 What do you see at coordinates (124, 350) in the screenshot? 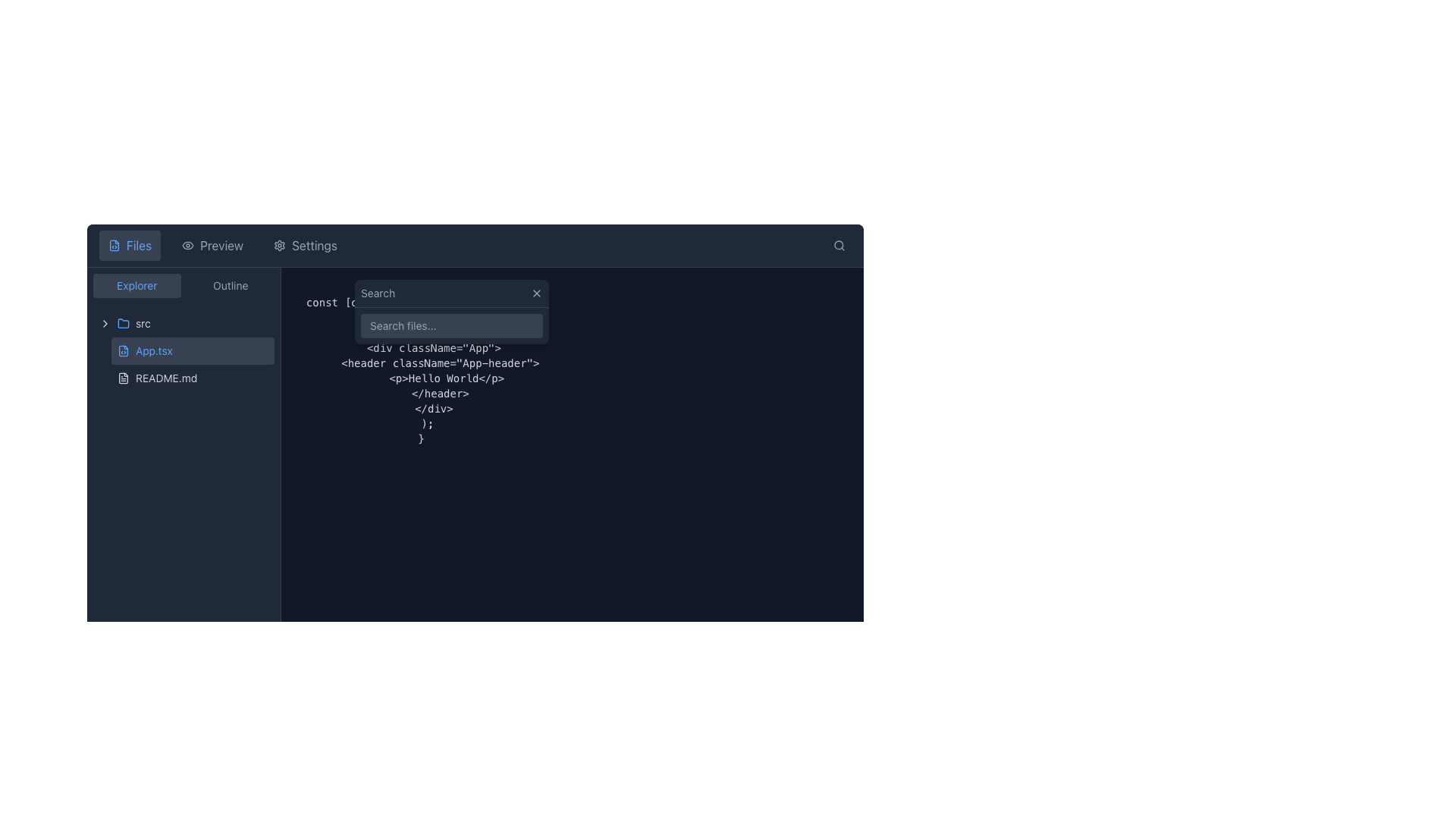
I see `the file icon representing code, located in the left panel labeled 'Explorer', adjacent to the text 'App.tsx'` at bounding box center [124, 350].